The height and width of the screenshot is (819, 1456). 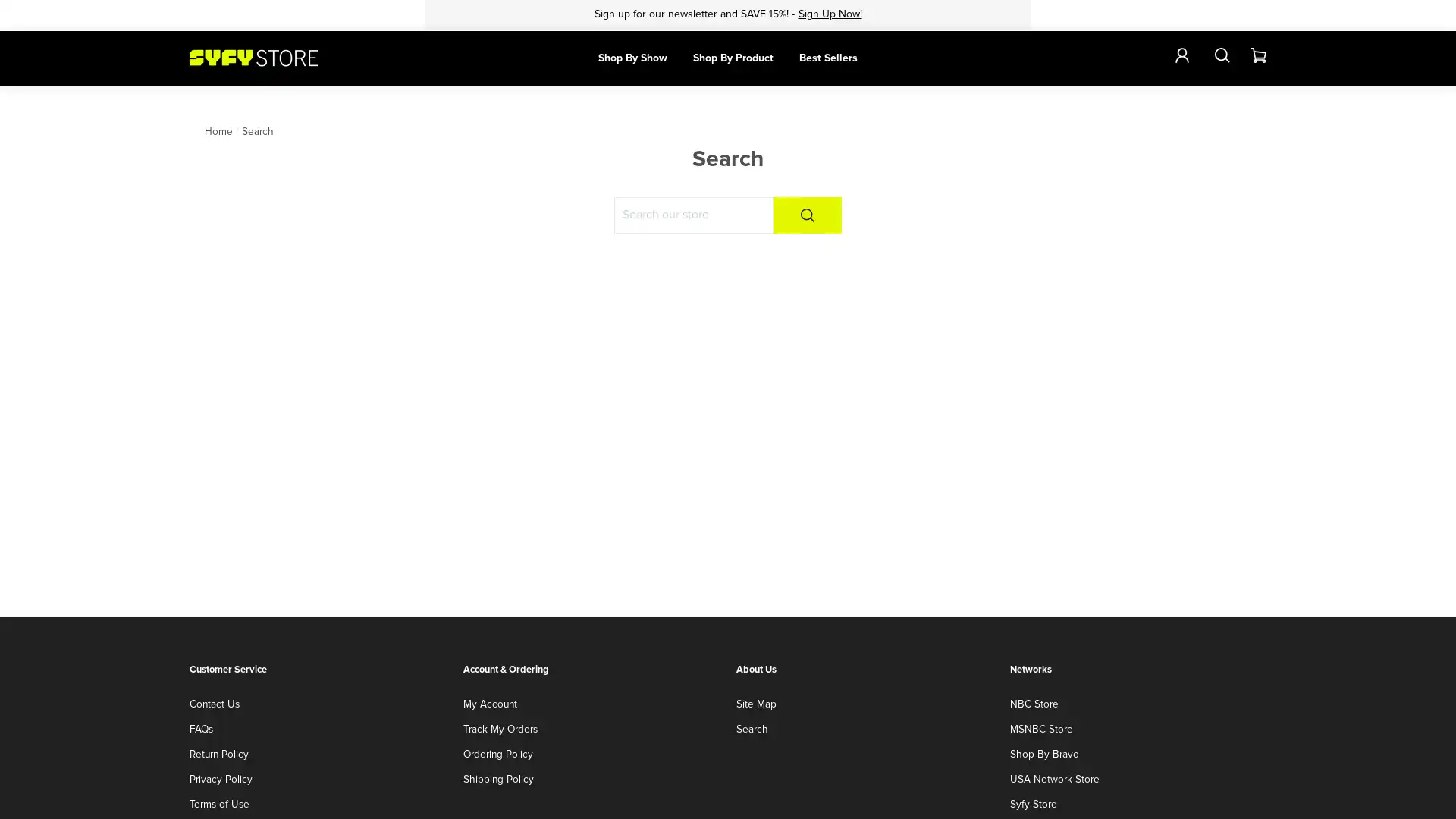 I want to click on SEARCH, so click(x=807, y=215).